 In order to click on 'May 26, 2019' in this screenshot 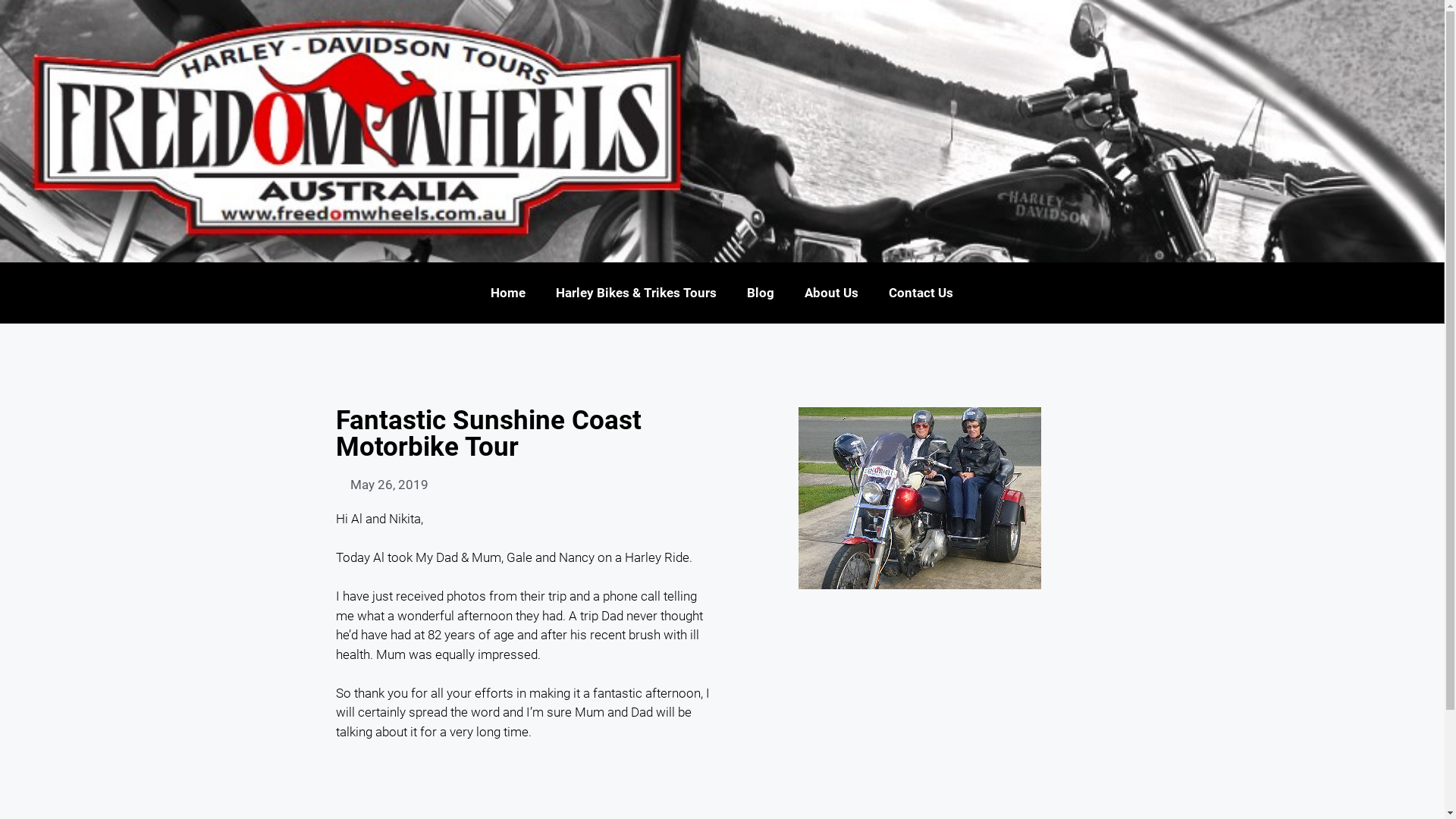, I will do `click(381, 485)`.